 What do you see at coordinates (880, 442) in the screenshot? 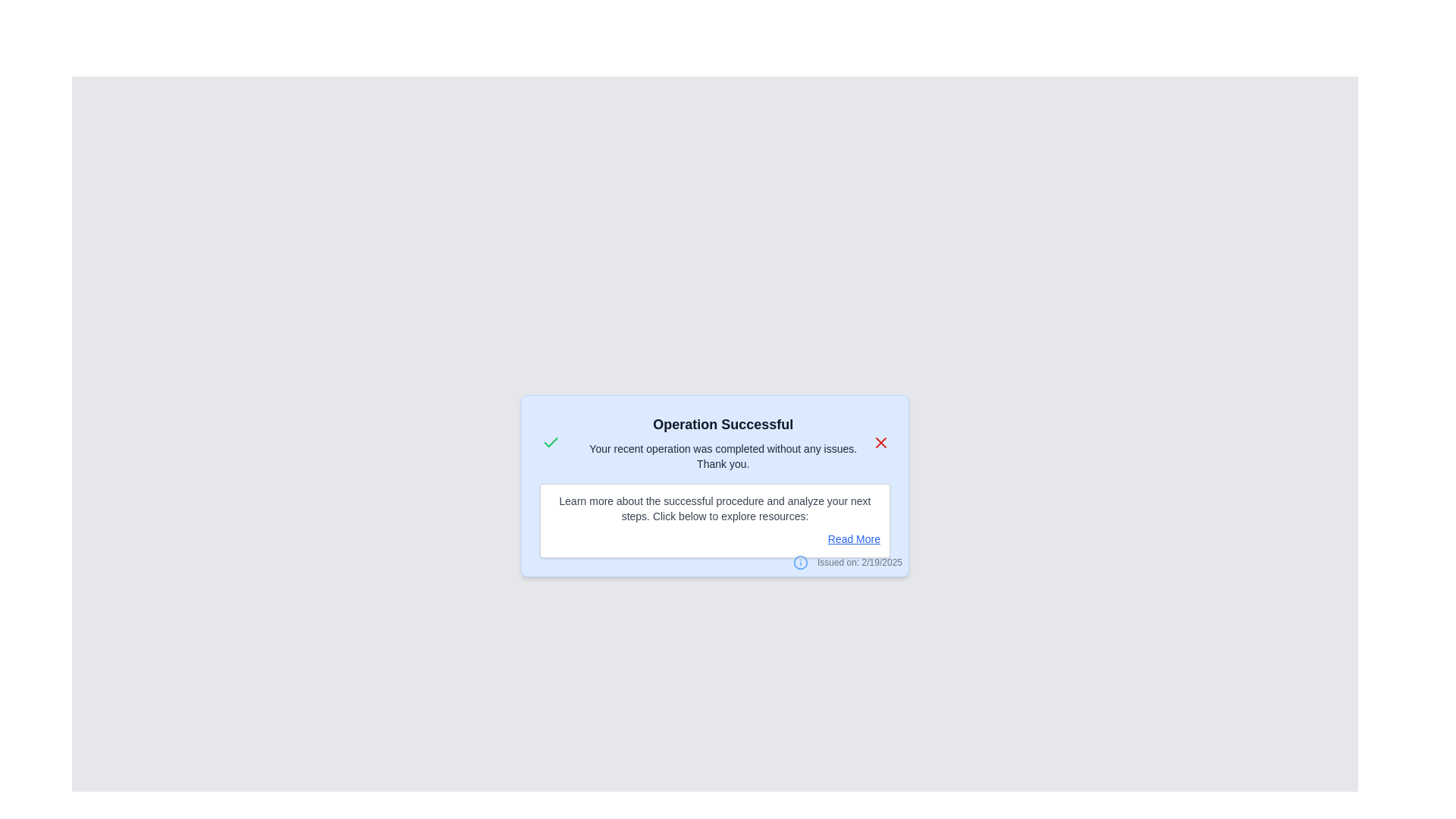
I see `close button to dismiss the alert` at bounding box center [880, 442].